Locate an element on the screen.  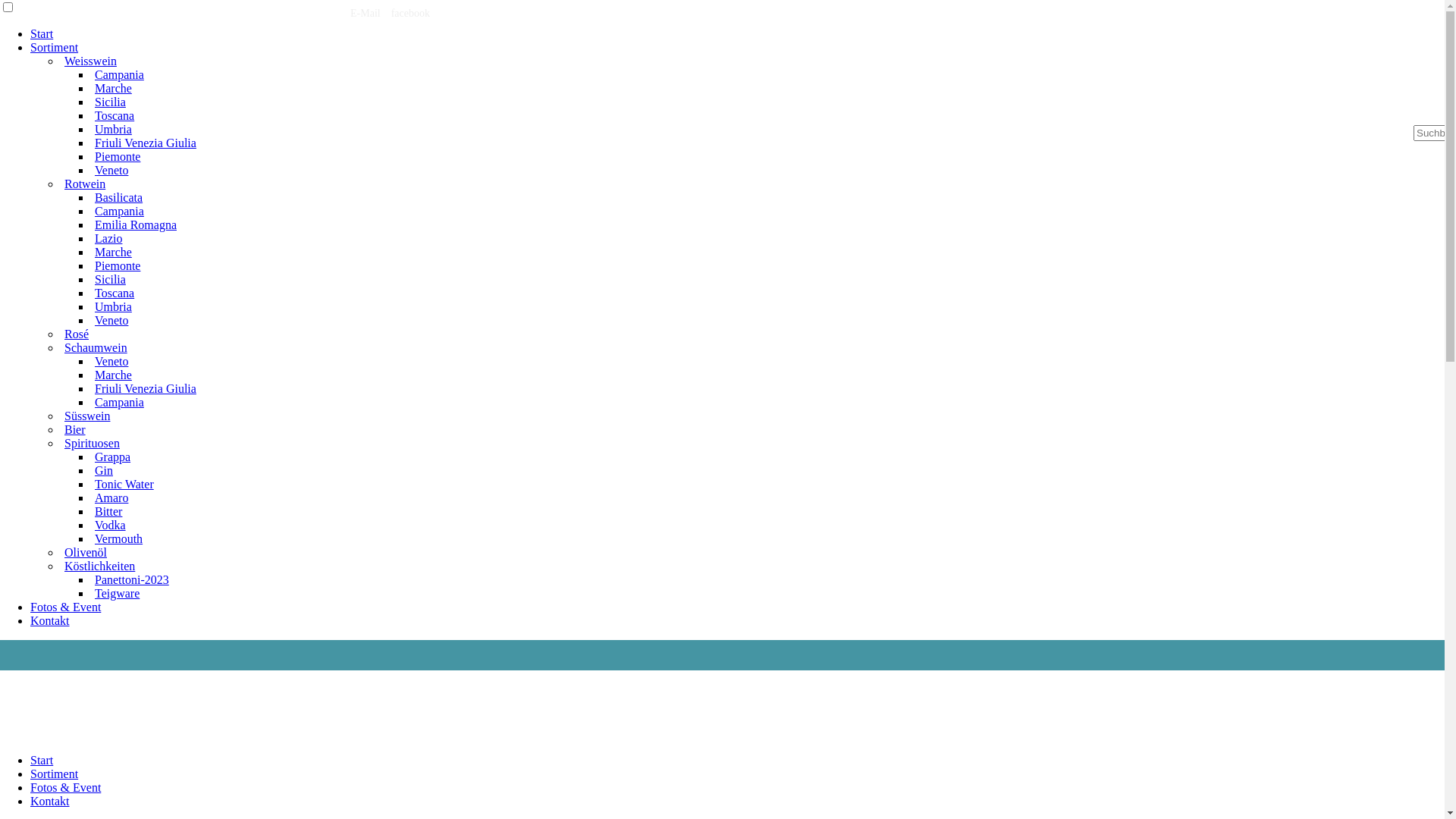
'Umbria' is located at coordinates (112, 128).